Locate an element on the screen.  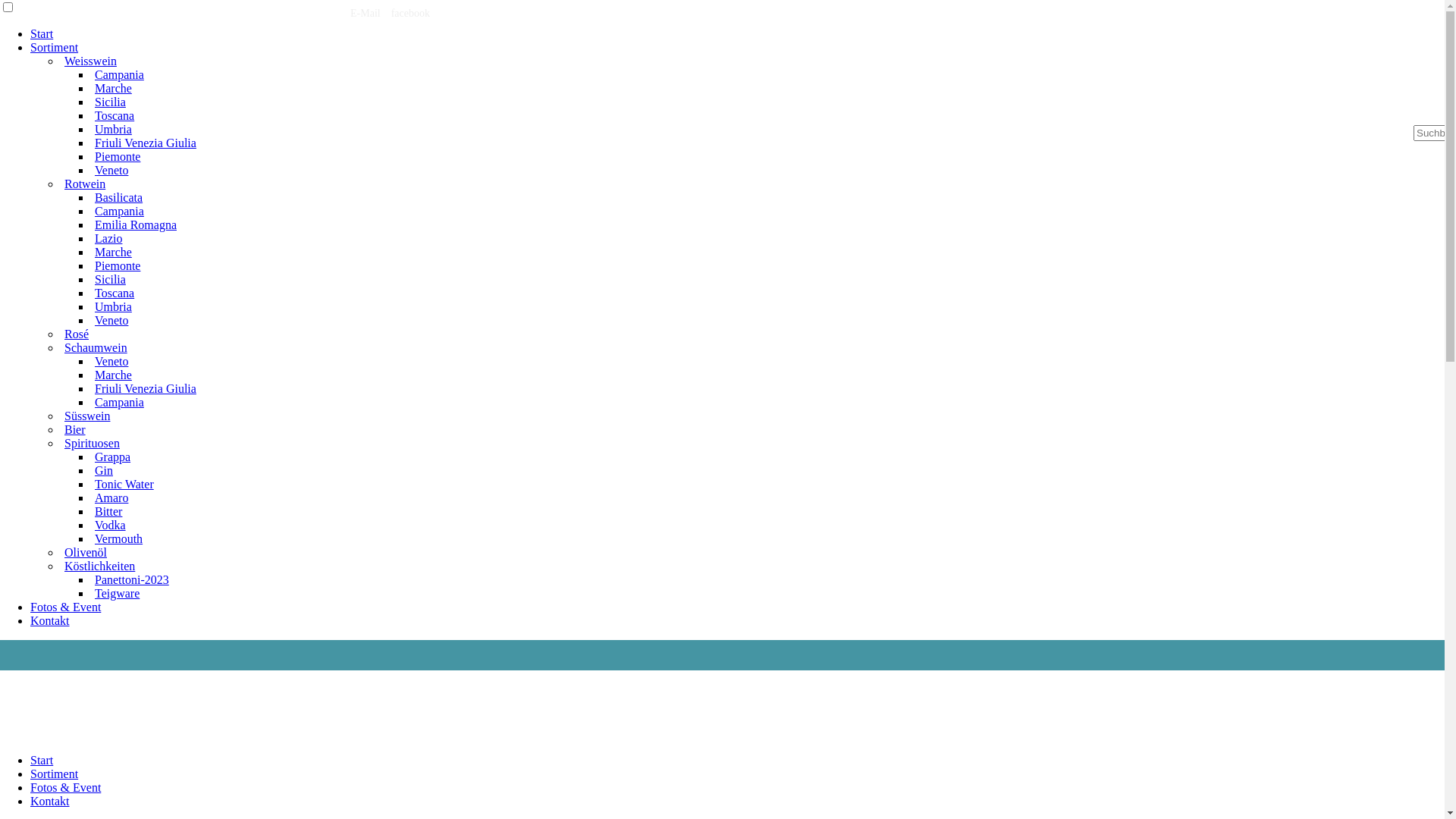
'Umbria' is located at coordinates (112, 128).